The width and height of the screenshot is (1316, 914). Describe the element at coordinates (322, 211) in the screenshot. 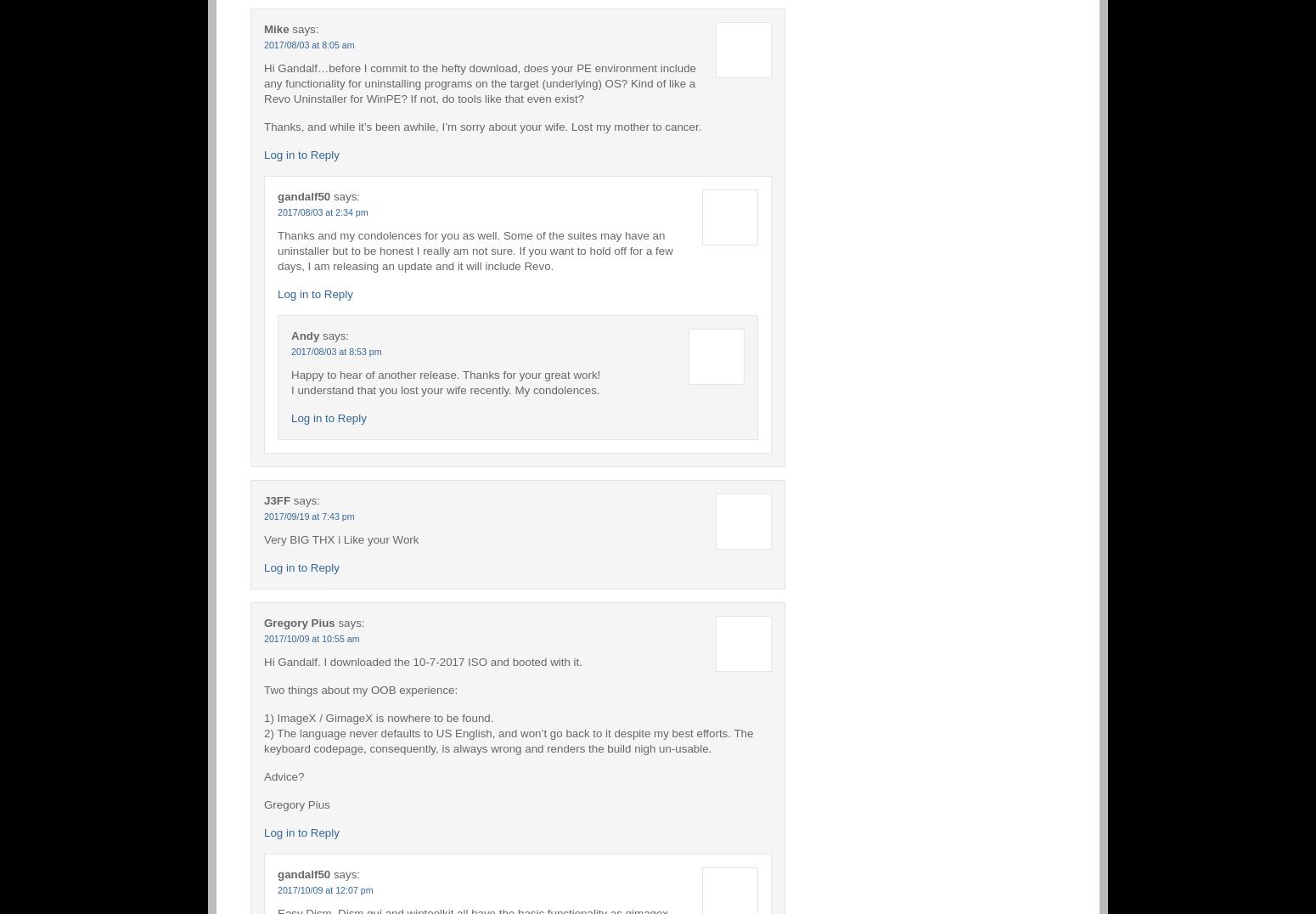

I see `'2017/08/03 at 2:34 pm'` at that location.